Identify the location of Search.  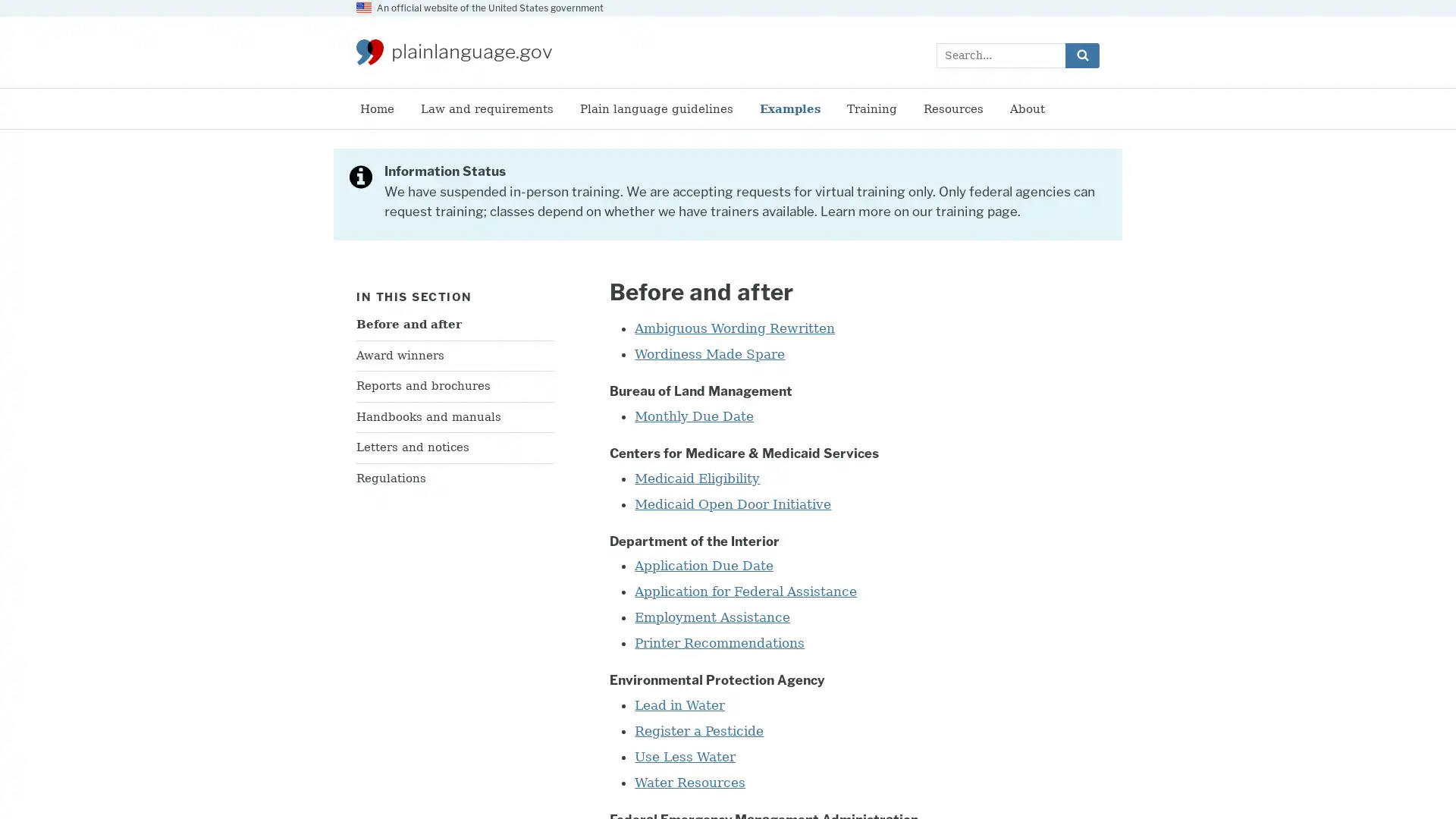
(1081, 54).